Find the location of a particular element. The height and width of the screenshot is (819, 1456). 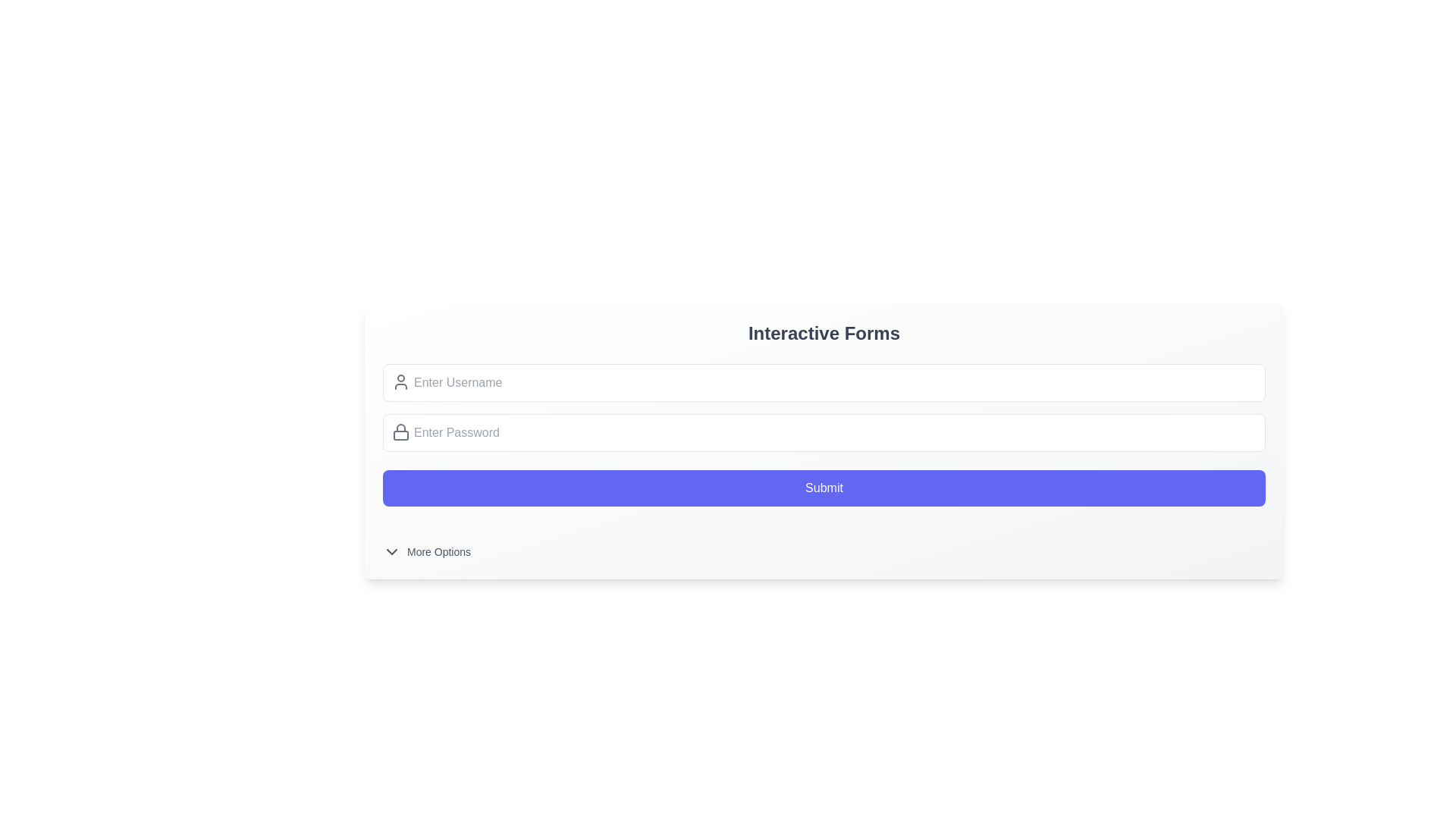

the title text label at the top-center of the form card, which serves as a heading for the contained elements below is located at coordinates (823, 332).